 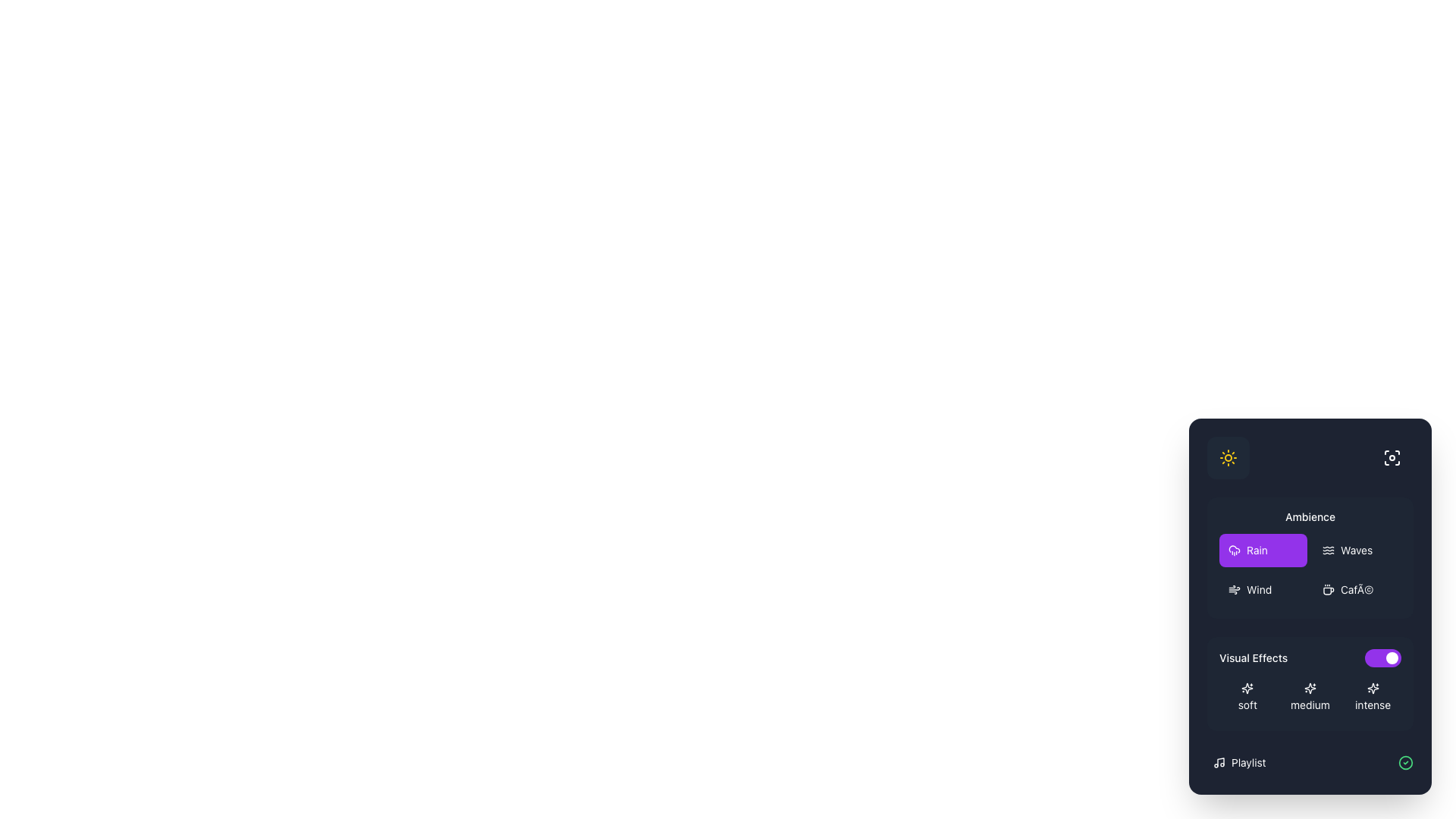 What do you see at coordinates (1310, 688) in the screenshot?
I see `the 'medium' intensity preset icon in the Visual Effects section` at bounding box center [1310, 688].